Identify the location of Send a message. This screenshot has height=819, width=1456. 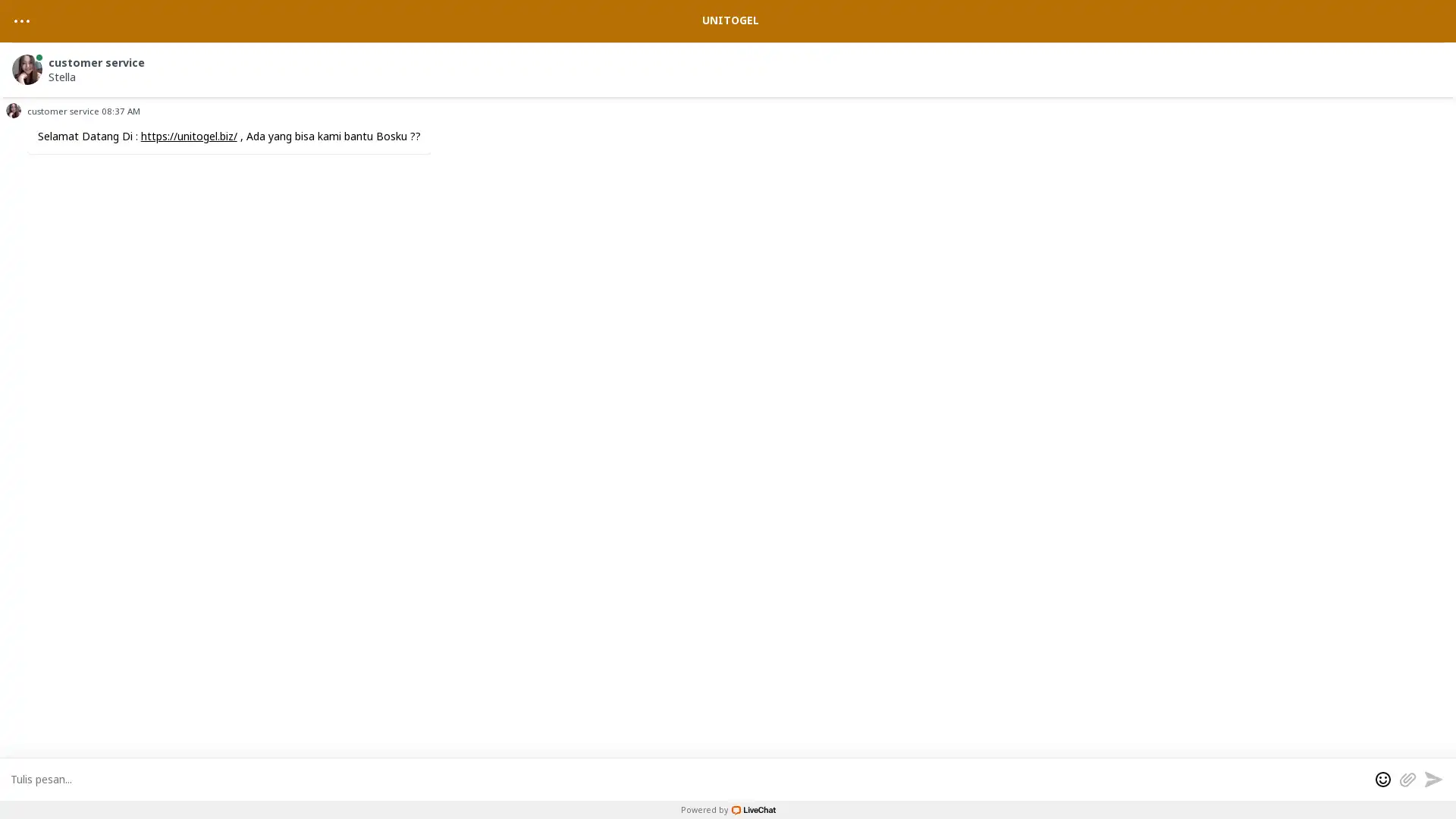
(1432, 778).